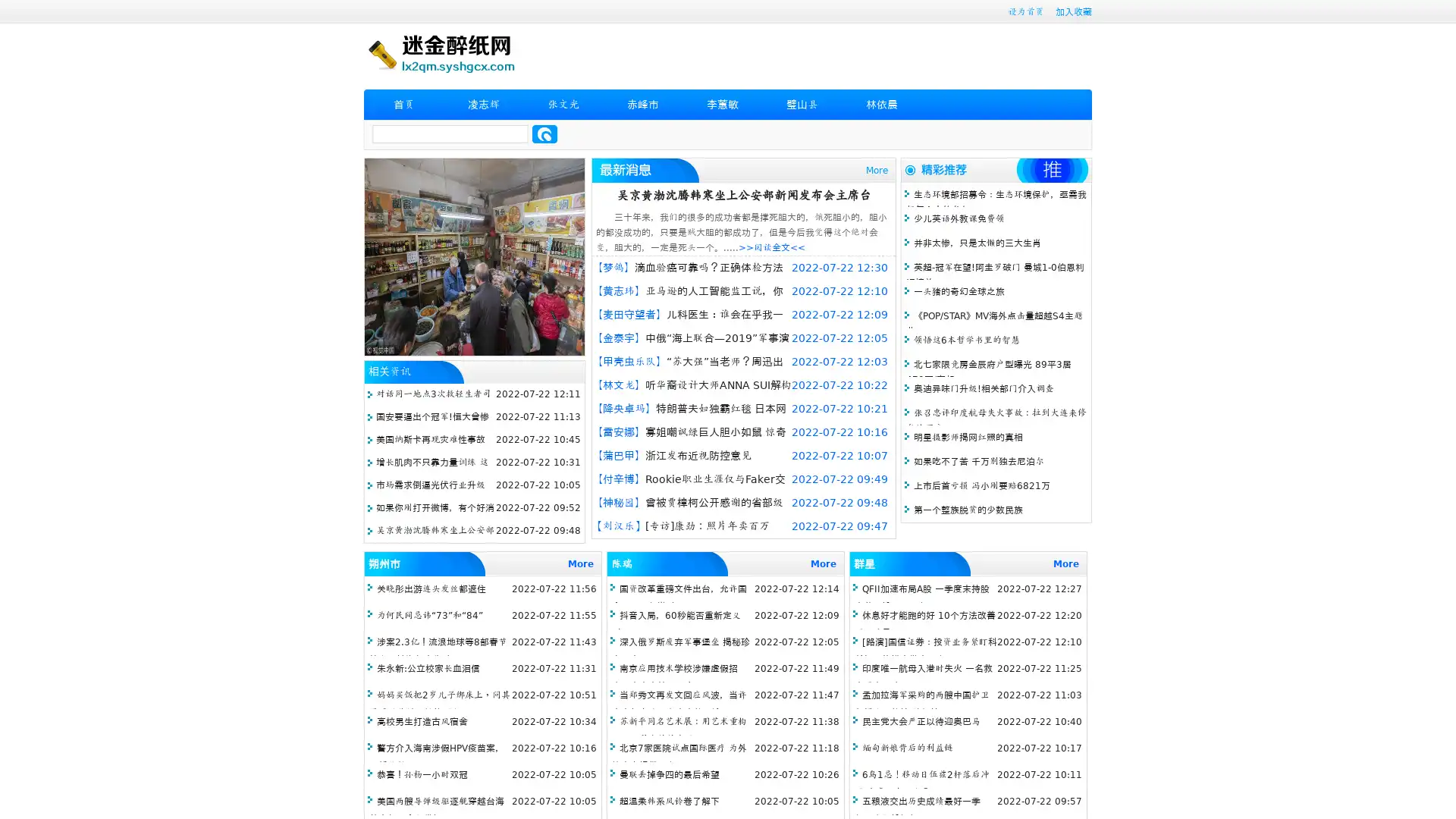 The image size is (1456, 819). What do you see at coordinates (544, 133) in the screenshot?
I see `Search` at bounding box center [544, 133].